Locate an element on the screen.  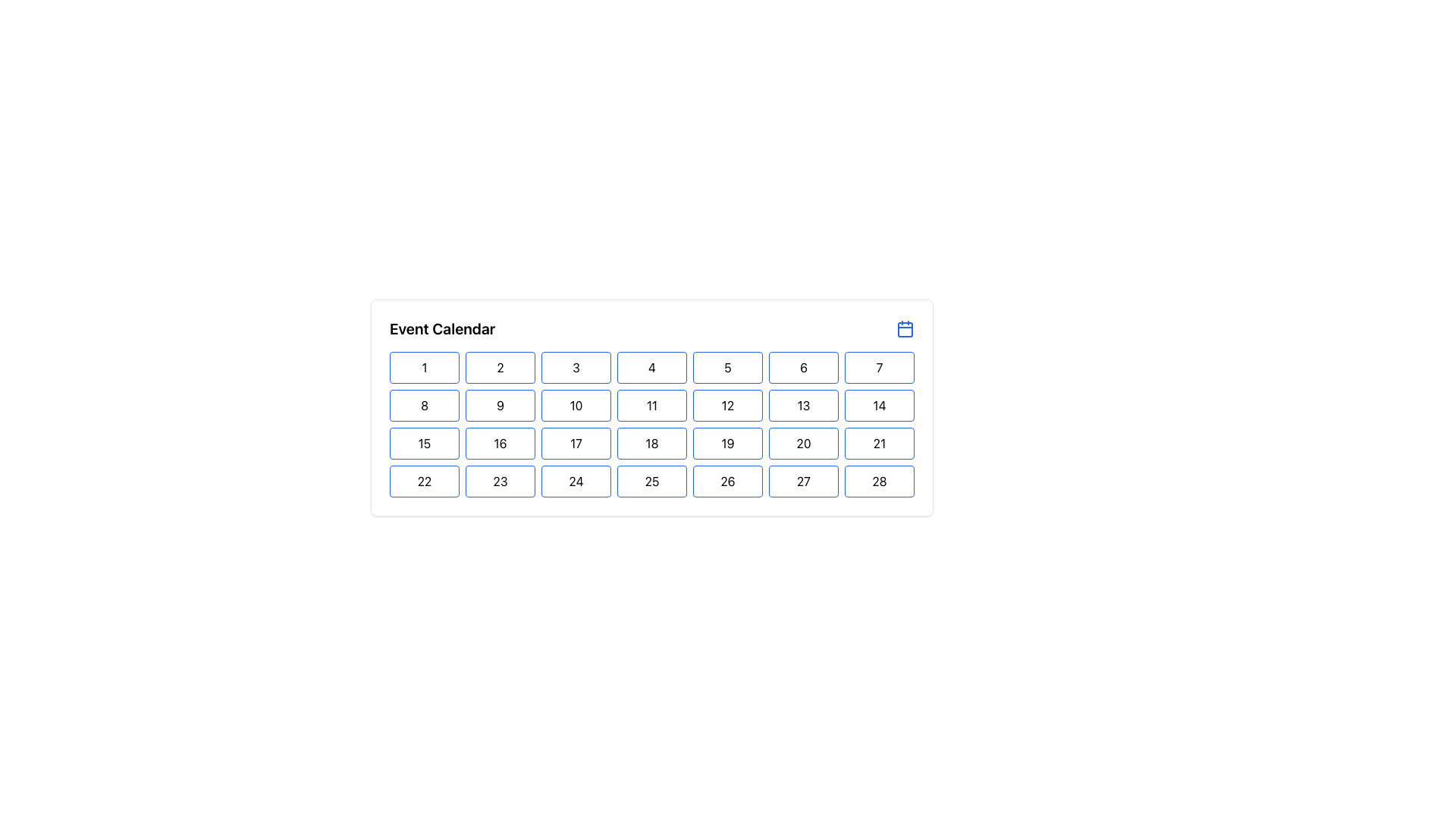
the selectable date button representing the date '28' in the bottom-right corner of the calendar grid to trigger the hover effect is located at coordinates (880, 482).